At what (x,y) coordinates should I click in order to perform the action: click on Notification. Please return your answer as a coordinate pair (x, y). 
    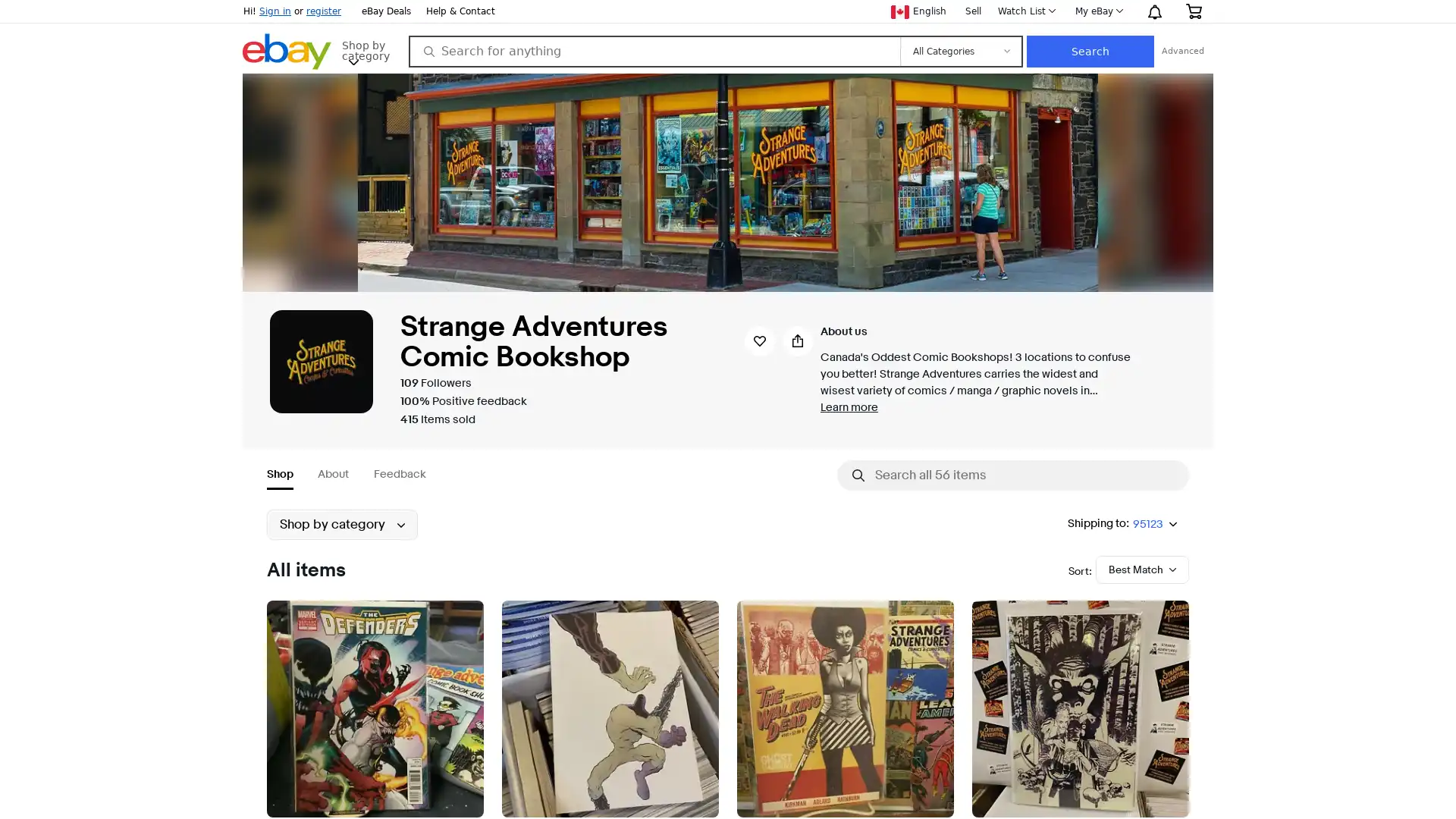
    Looking at the image, I should click on (1153, 11).